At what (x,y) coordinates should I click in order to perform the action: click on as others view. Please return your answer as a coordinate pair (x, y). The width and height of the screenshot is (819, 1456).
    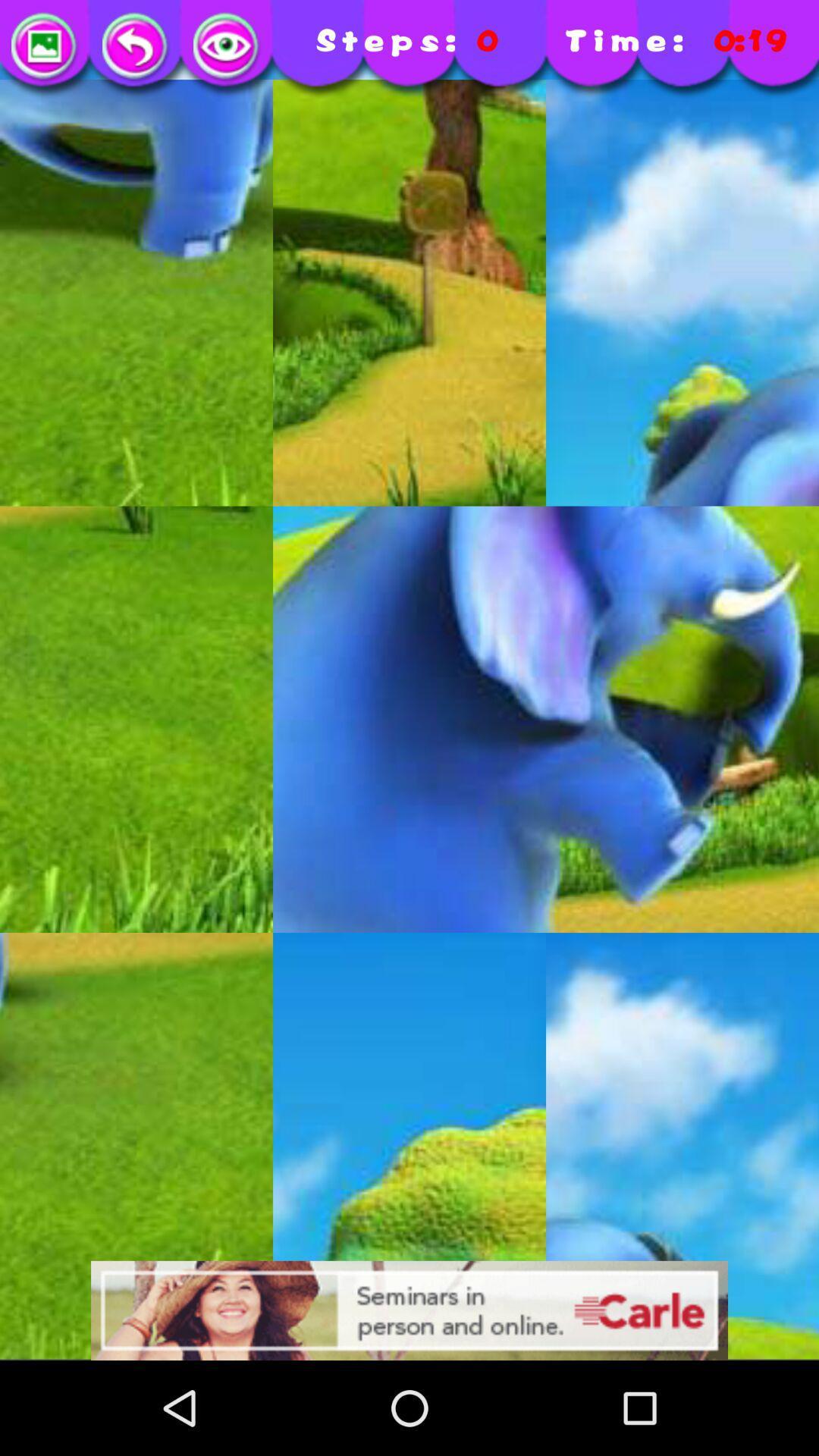
    Looking at the image, I should click on (227, 47).